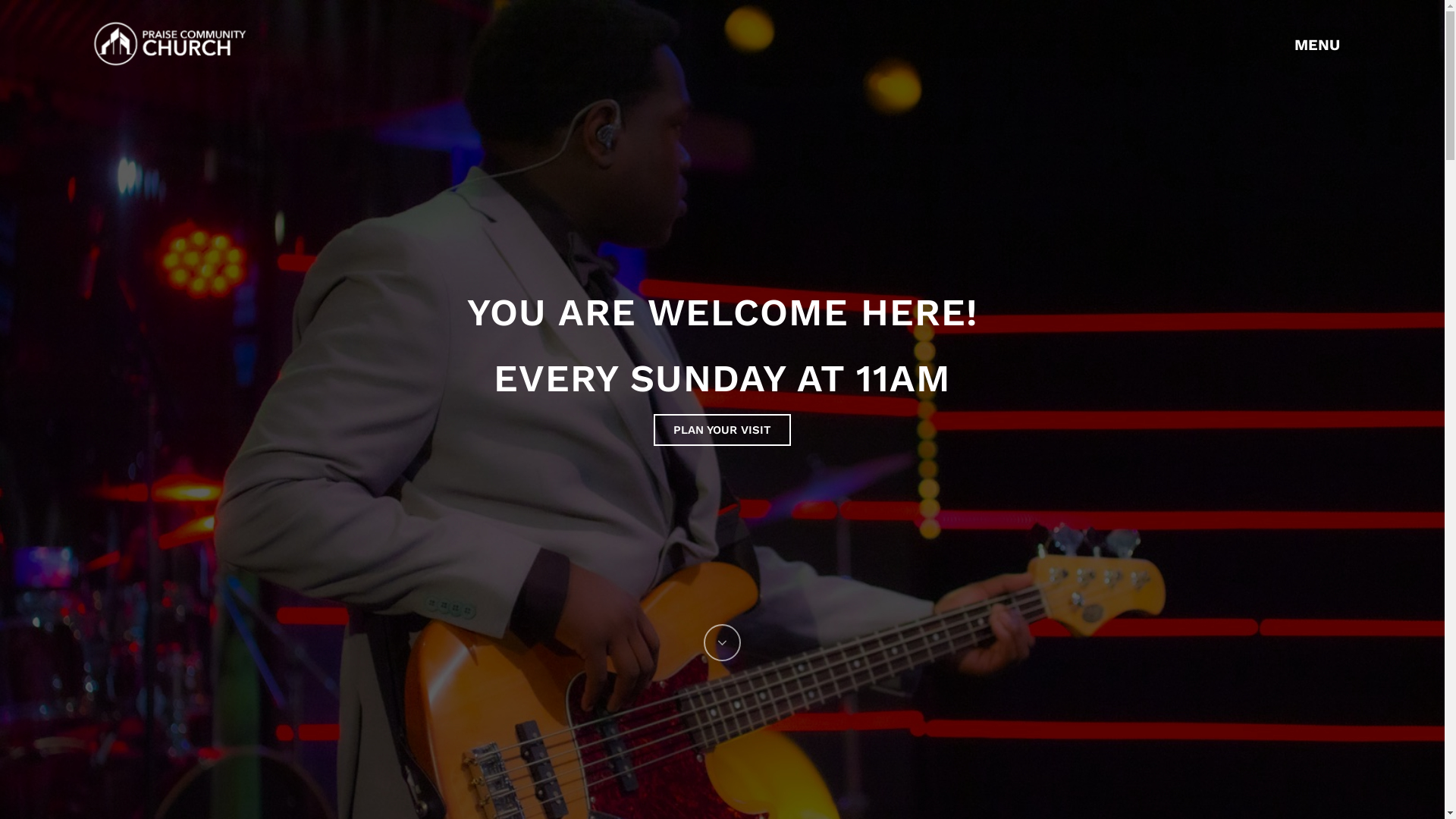  Describe the element at coordinates (721, 430) in the screenshot. I see `'PLAN YOUR VISIT'` at that location.